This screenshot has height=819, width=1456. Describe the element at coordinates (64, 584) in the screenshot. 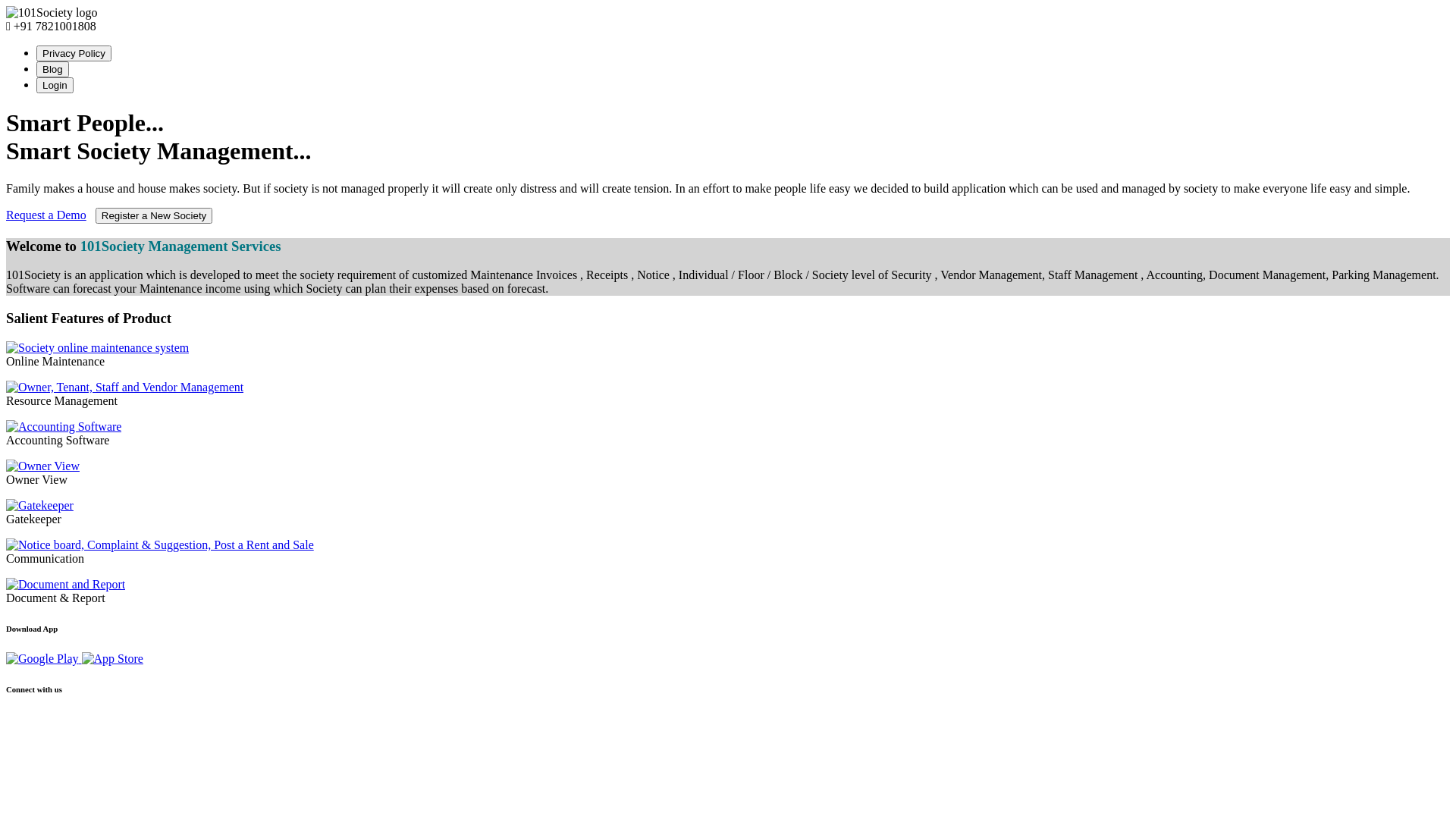

I see `'Document and Report'` at that location.